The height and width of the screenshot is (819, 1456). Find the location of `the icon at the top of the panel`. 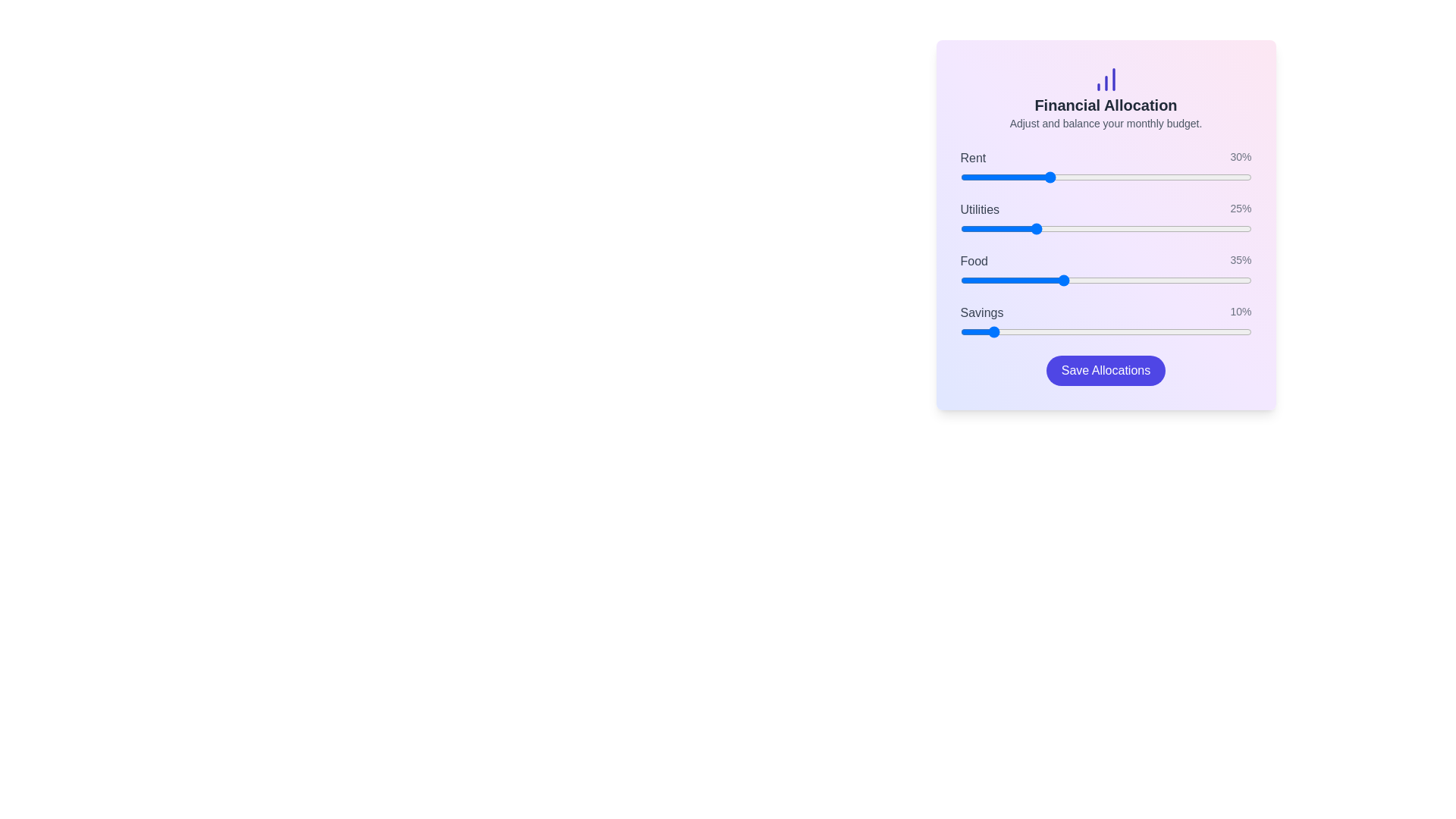

the icon at the top of the panel is located at coordinates (1106, 79).